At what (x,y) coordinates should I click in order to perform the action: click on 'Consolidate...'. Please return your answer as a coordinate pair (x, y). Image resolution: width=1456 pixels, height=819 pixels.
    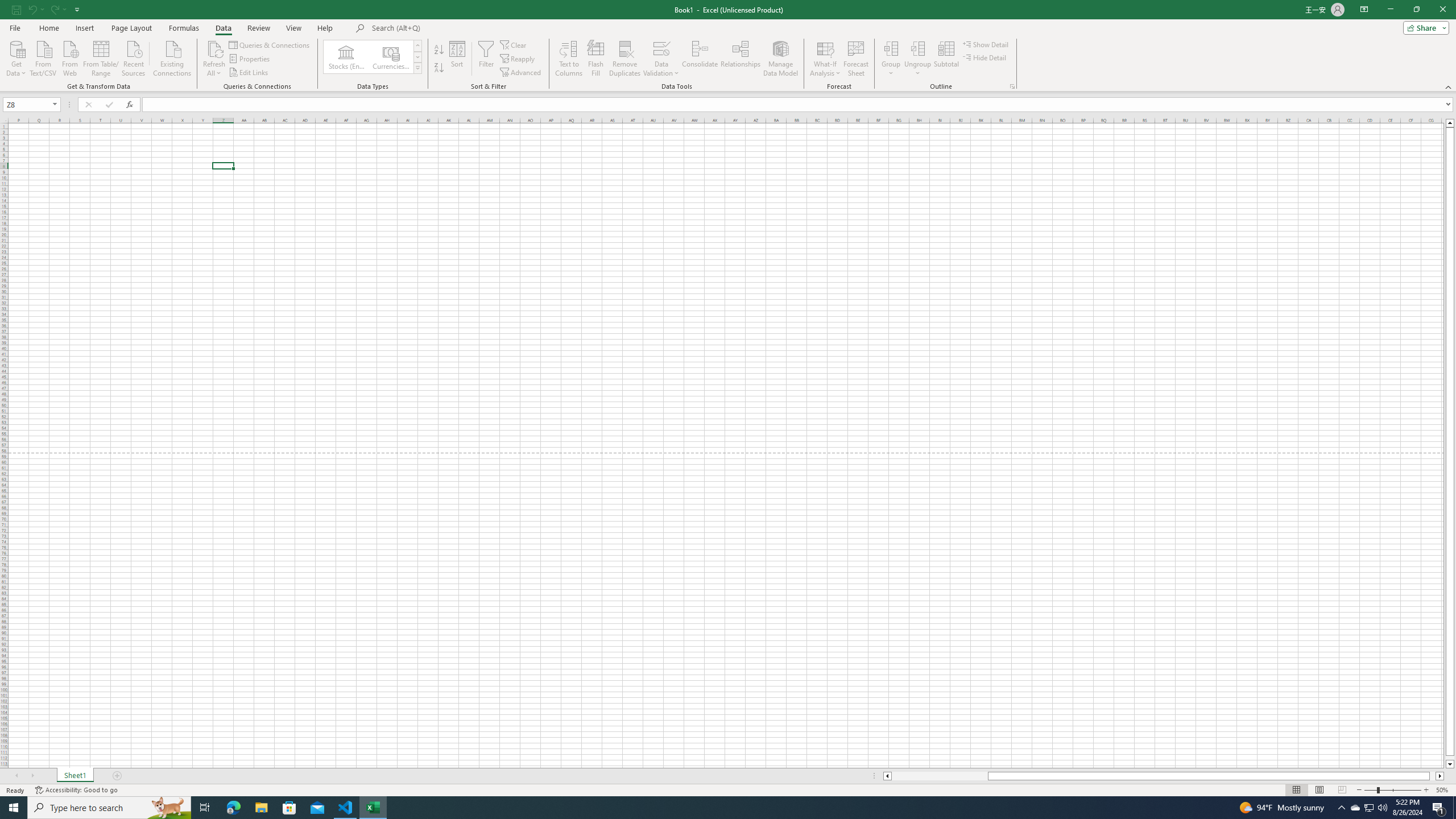
    Looking at the image, I should click on (700, 59).